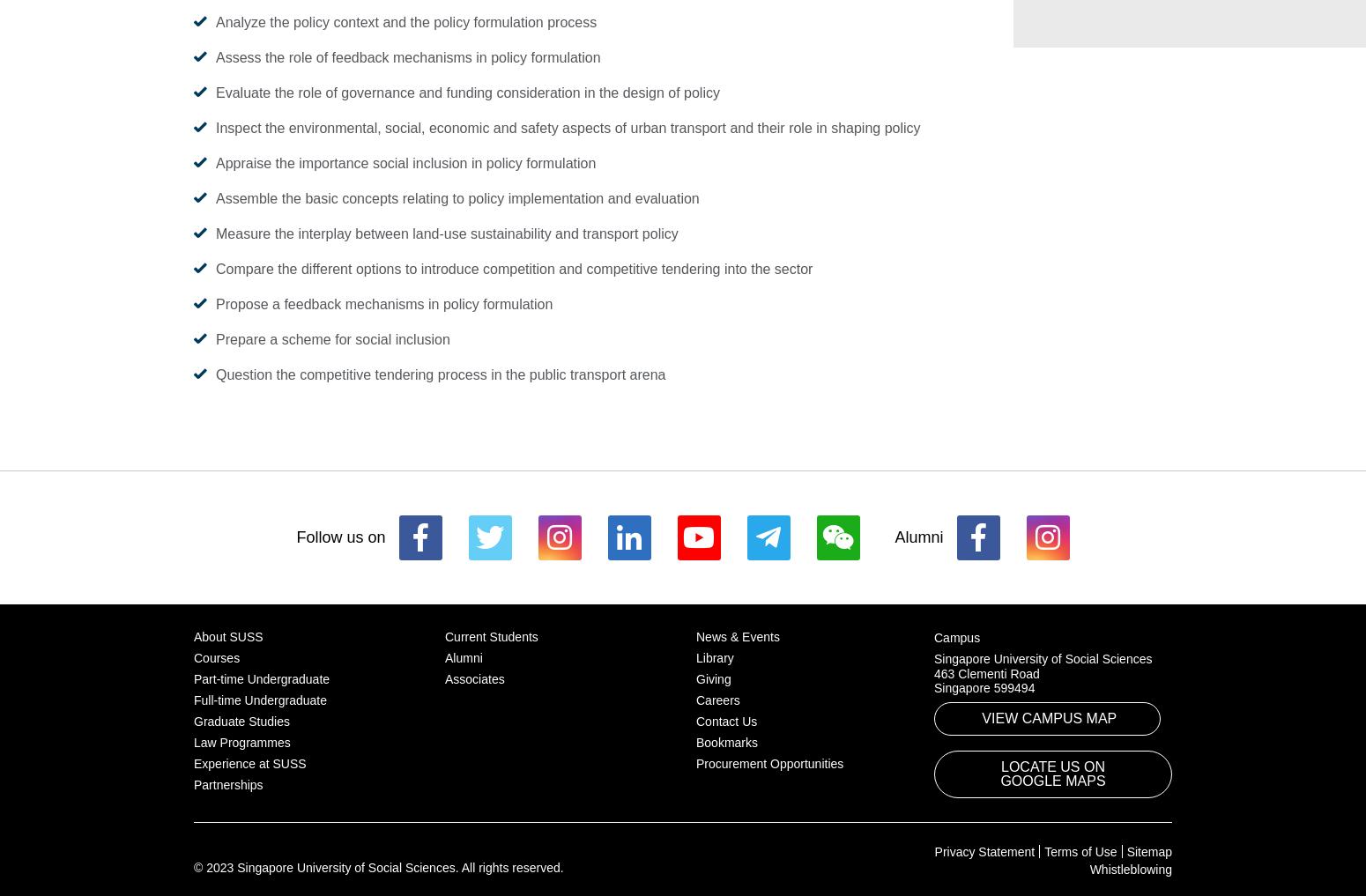  What do you see at coordinates (192, 634) in the screenshot?
I see `'About SUSS'` at bounding box center [192, 634].